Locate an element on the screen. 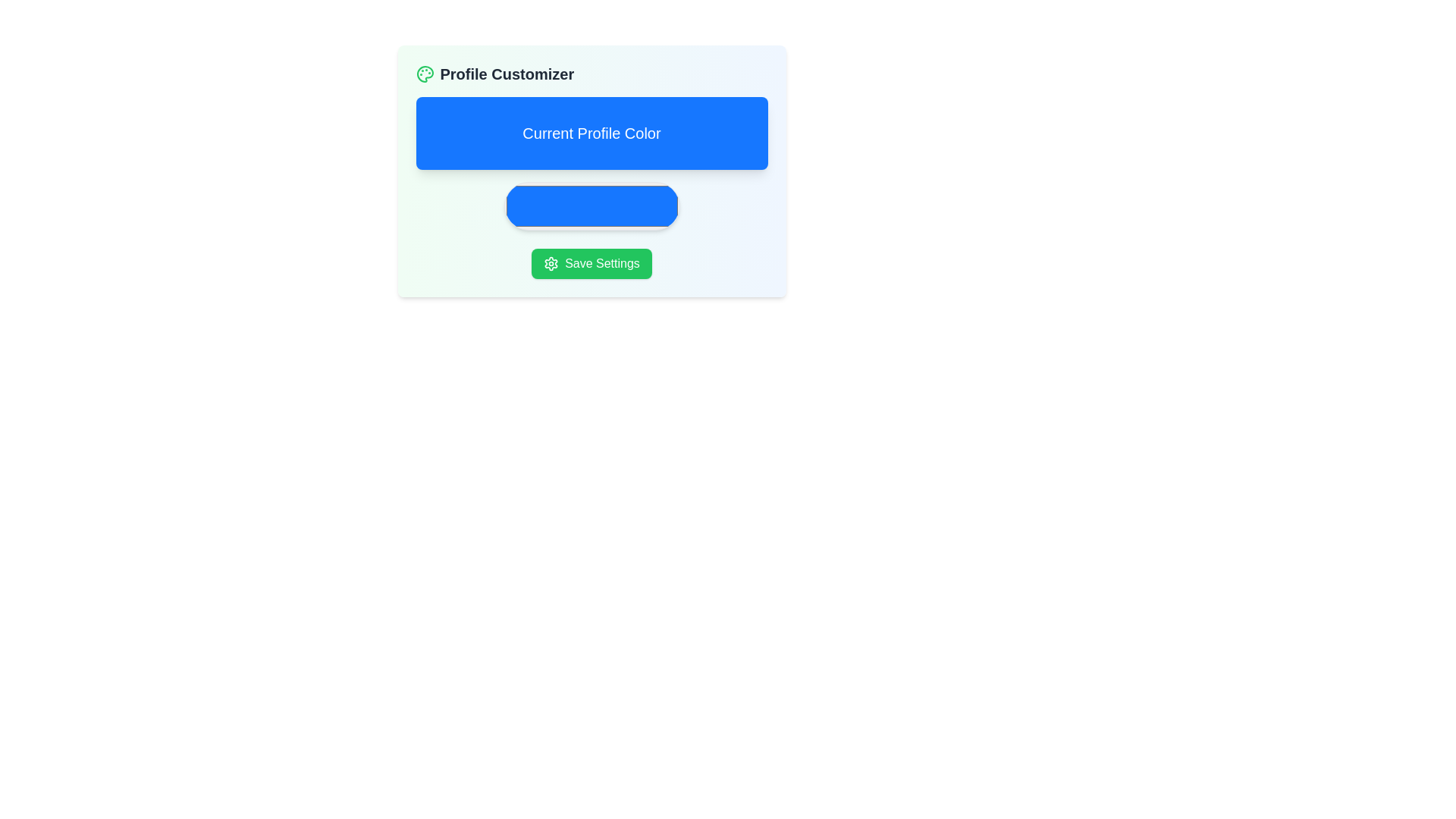 This screenshot has width=1456, height=819. the Icon representing the artistic configuration or customization option, located to the left of the 'Profile Customizer' text in the header section is located at coordinates (425, 74).